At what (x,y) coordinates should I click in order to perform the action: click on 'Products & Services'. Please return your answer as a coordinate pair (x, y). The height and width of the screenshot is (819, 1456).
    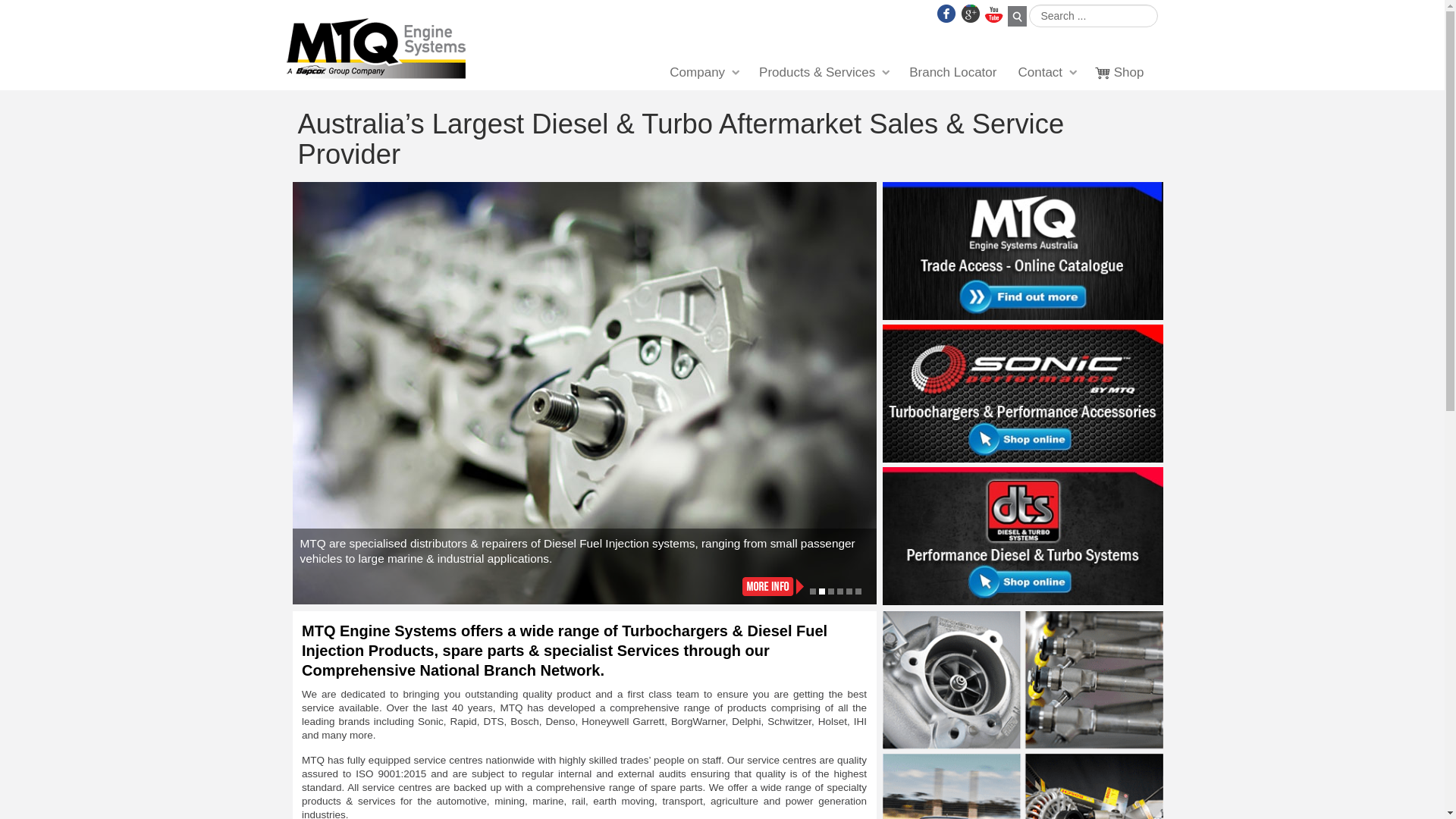
    Looking at the image, I should click on (822, 73).